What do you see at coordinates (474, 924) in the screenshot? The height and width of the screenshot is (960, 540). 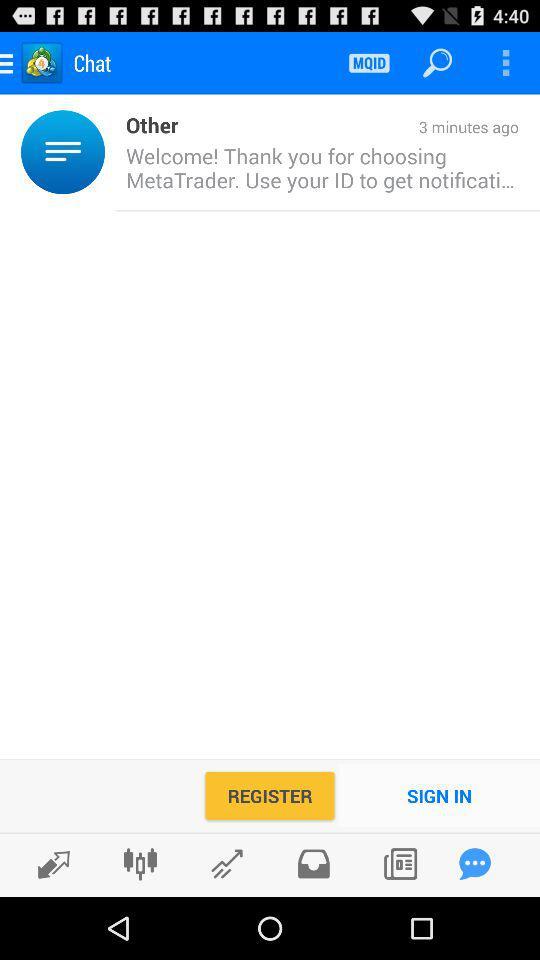 I see `the chat icon` at bounding box center [474, 924].